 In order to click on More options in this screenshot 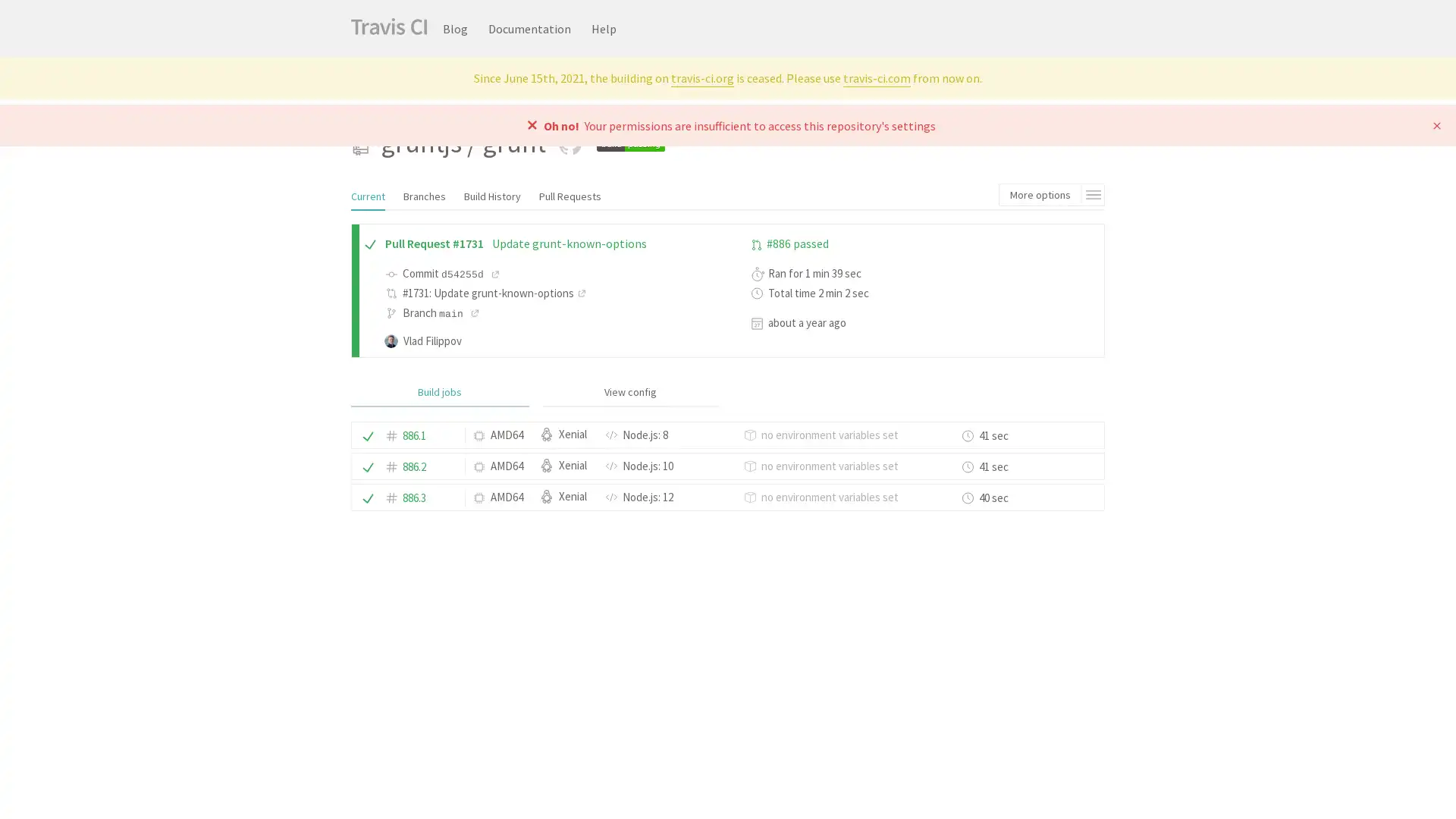, I will do `click(1051, 193)`.